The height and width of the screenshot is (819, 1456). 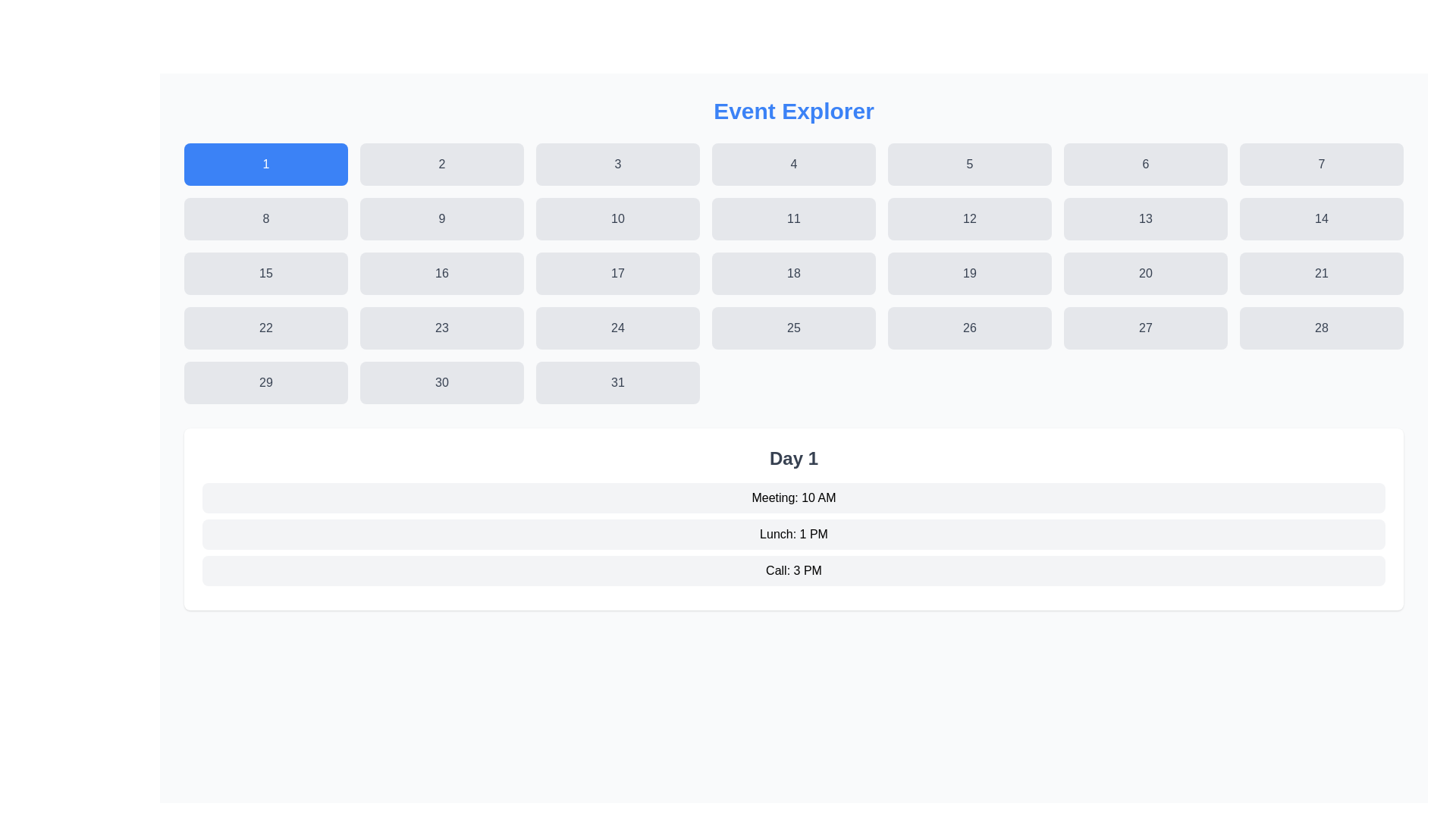 What do you see at coordinates (265, 382) in the screenshot?
I see `the rectangular button labeled '29' with a light gray background and rounded corners` at bounding box center [265, 382].